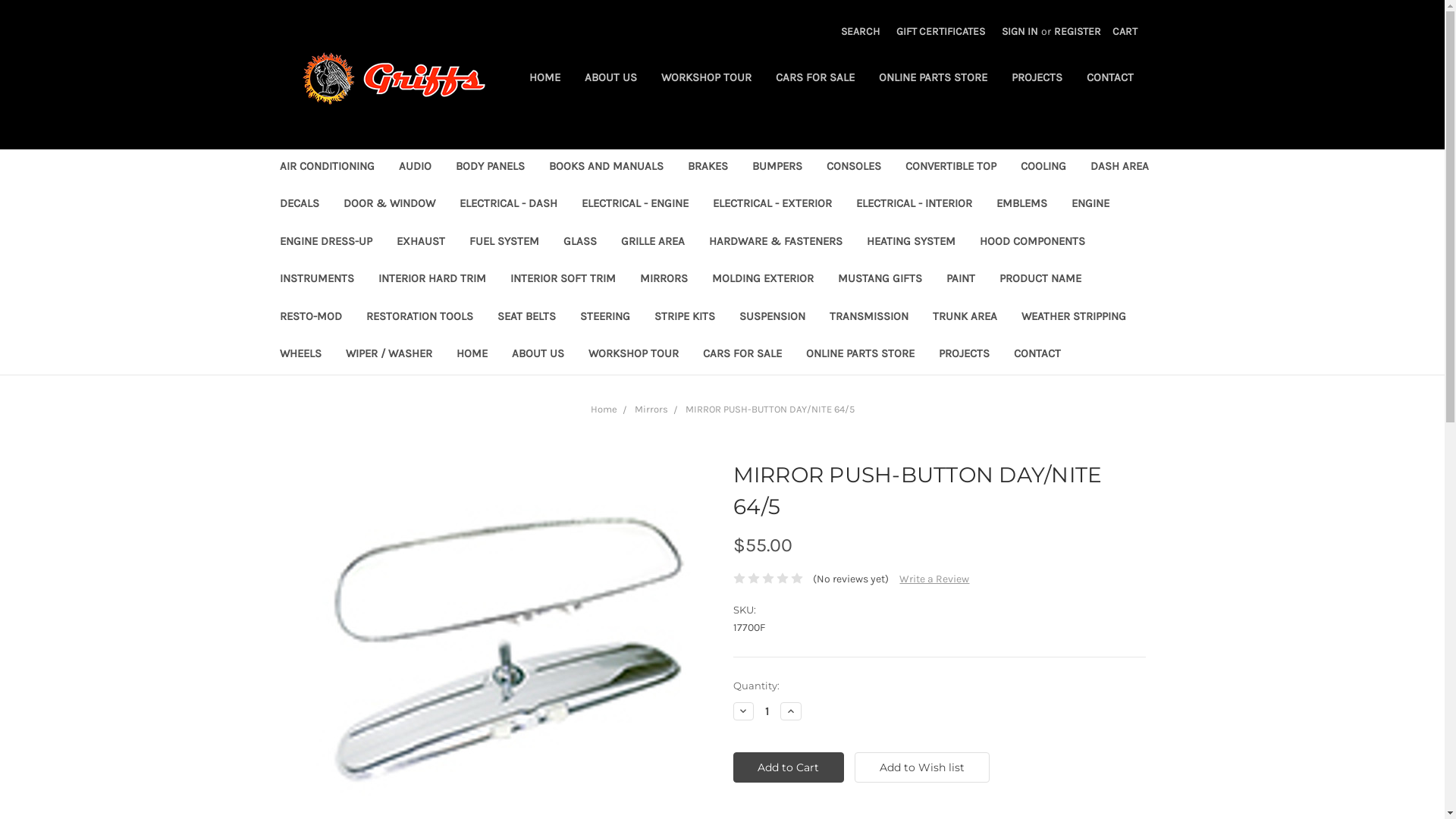 The width and height of the screenshot is (1456, 819). I want to click on 'RESTORATION TOOLS', so click(352, 317).